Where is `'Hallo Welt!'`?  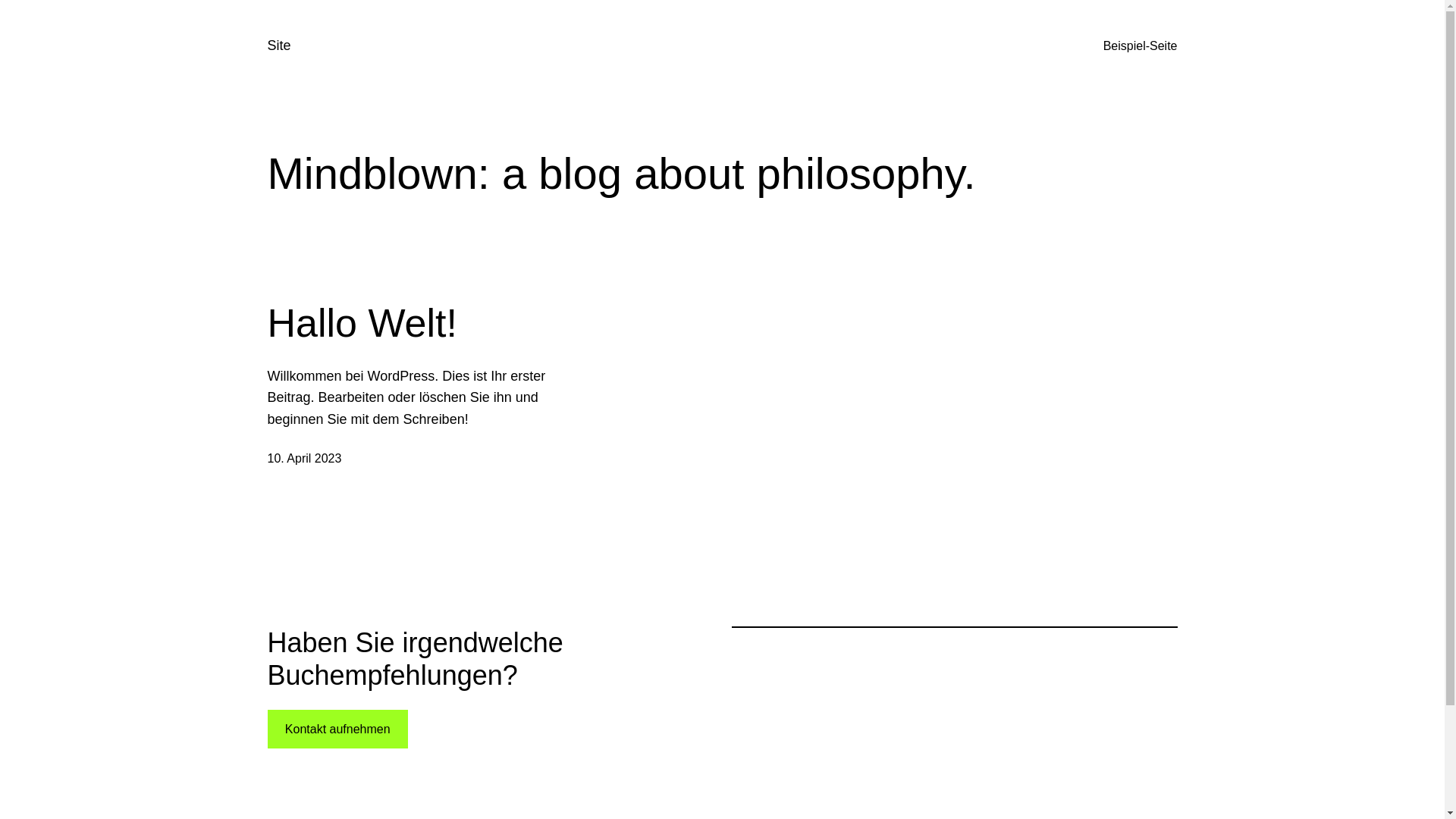
'Hallo Welt!' is located at coordinates (266, 322).